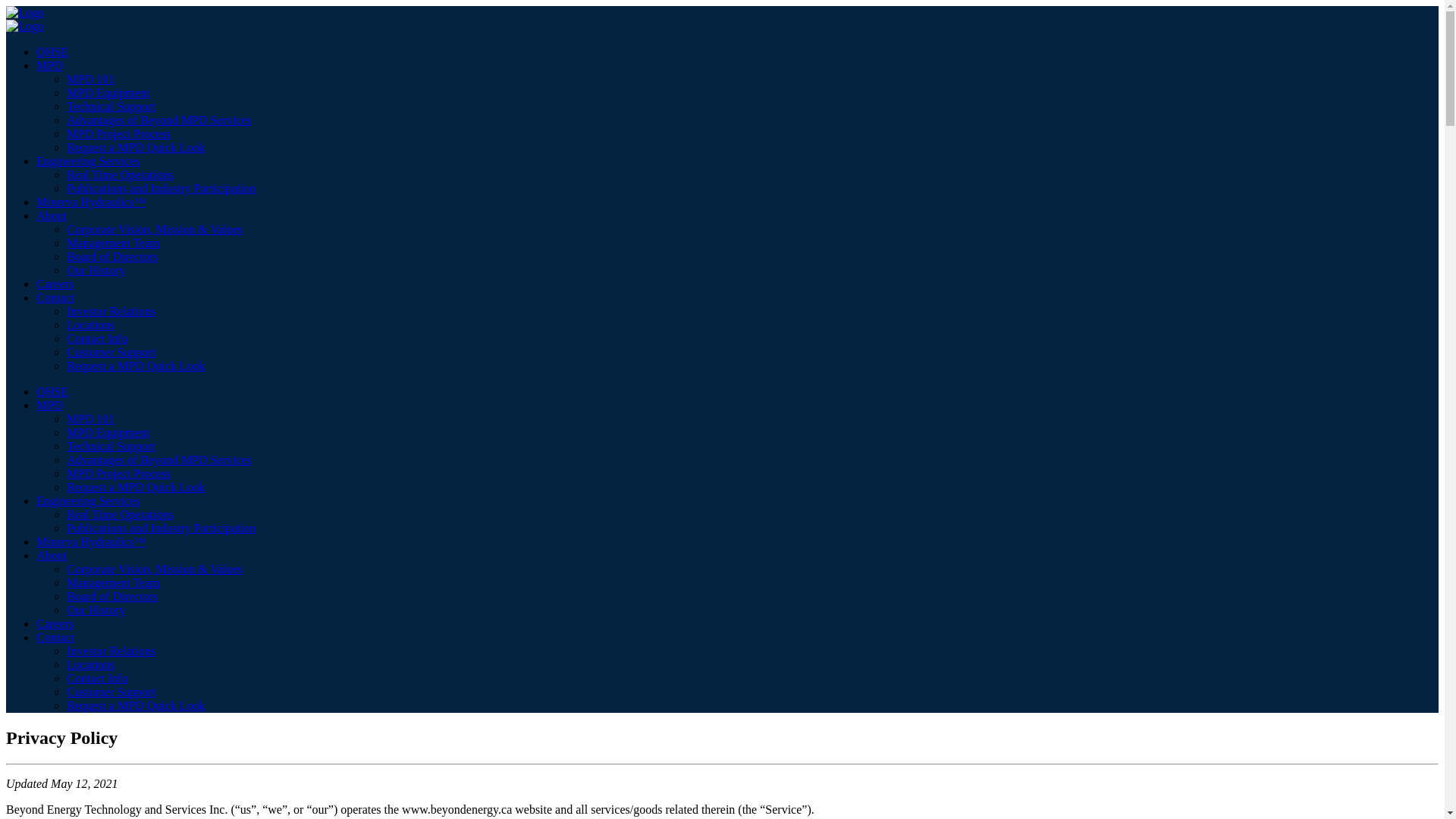 The height and width of the screenshot is (819, 1456). Describe the element at coordinates (65, 692) in the screenshot. I see `'Customer Support'` at that location.